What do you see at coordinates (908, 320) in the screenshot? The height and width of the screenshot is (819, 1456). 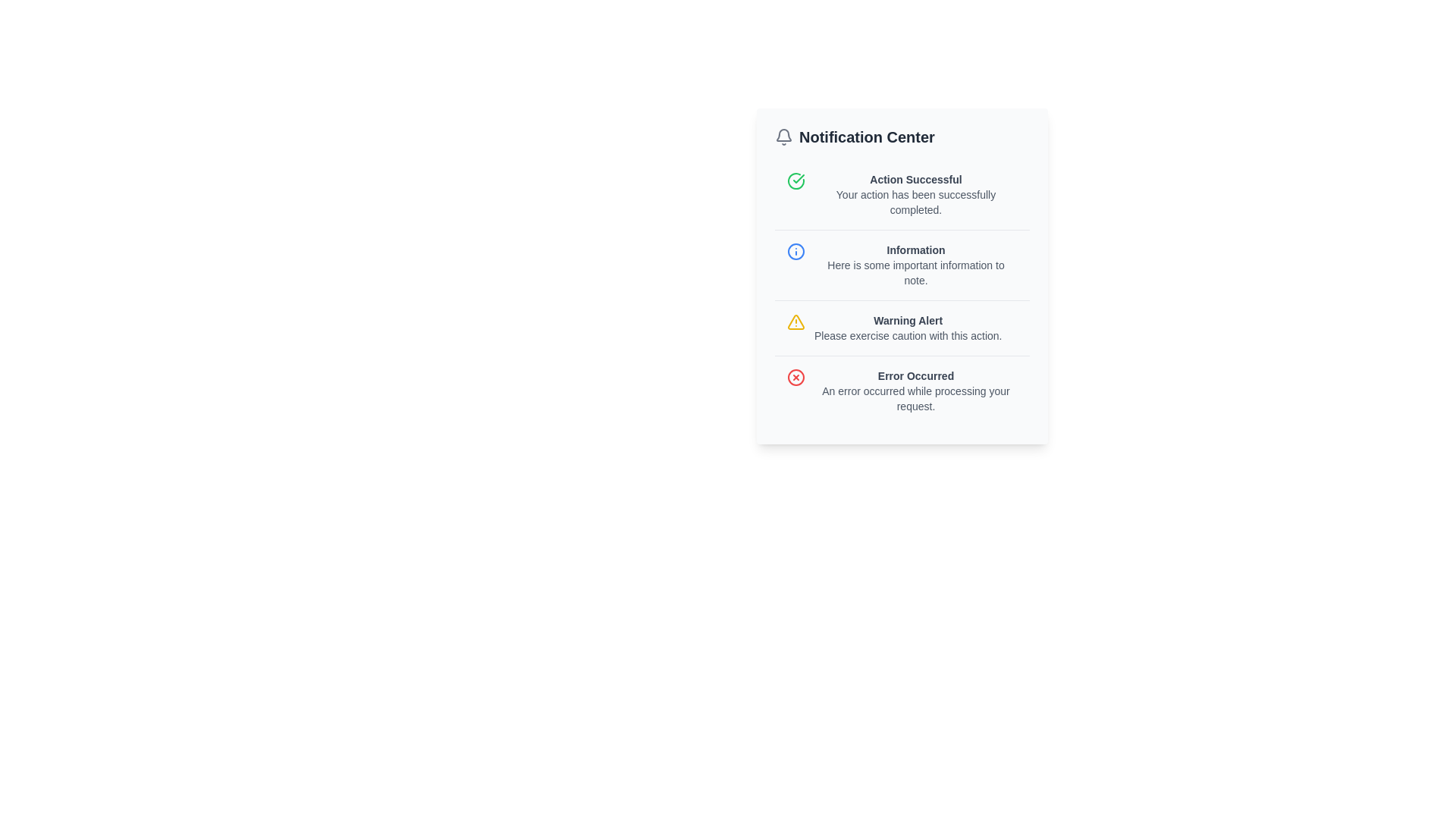 I see `alert heading text located in the Notification Center panel, specifically under the warning notification section, above the description text 'Please exercise caution with this action.'` at bounding box center [908, 320].